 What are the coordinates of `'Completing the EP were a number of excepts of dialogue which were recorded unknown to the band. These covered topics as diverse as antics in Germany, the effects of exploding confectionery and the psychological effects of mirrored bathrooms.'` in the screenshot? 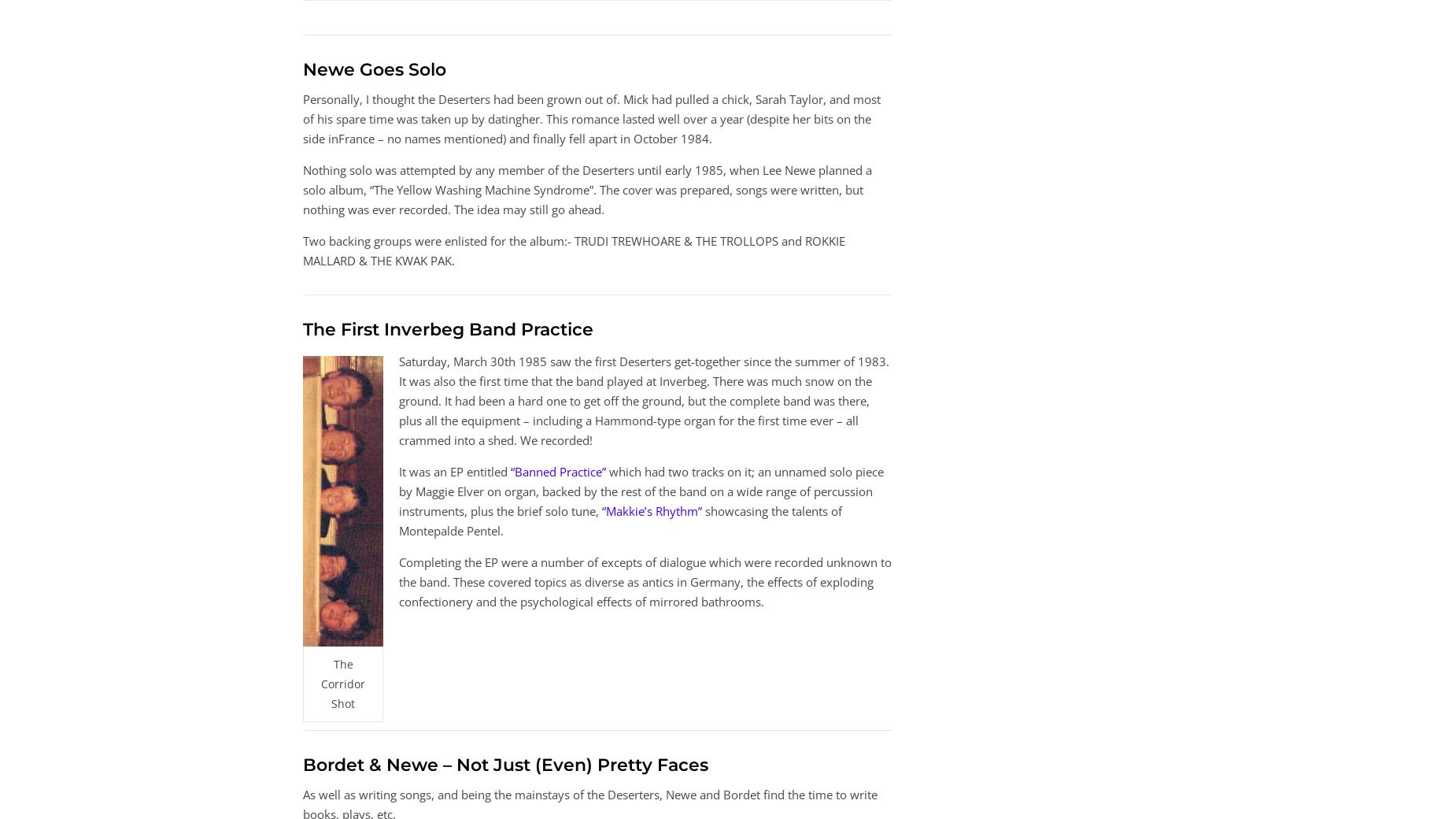 It's located at (645, 580).